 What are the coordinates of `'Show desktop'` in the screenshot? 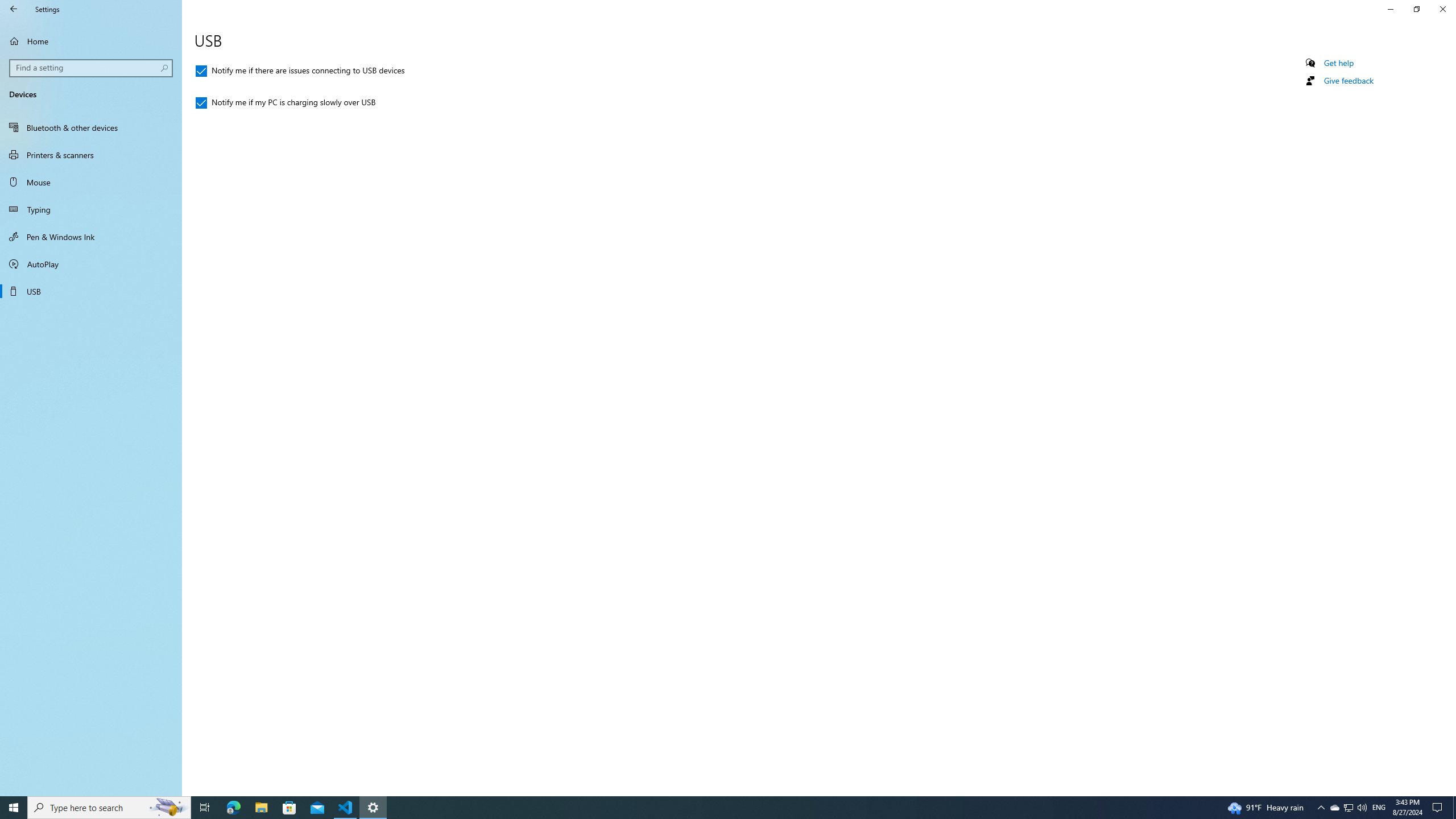 It's located at (1454, 806).